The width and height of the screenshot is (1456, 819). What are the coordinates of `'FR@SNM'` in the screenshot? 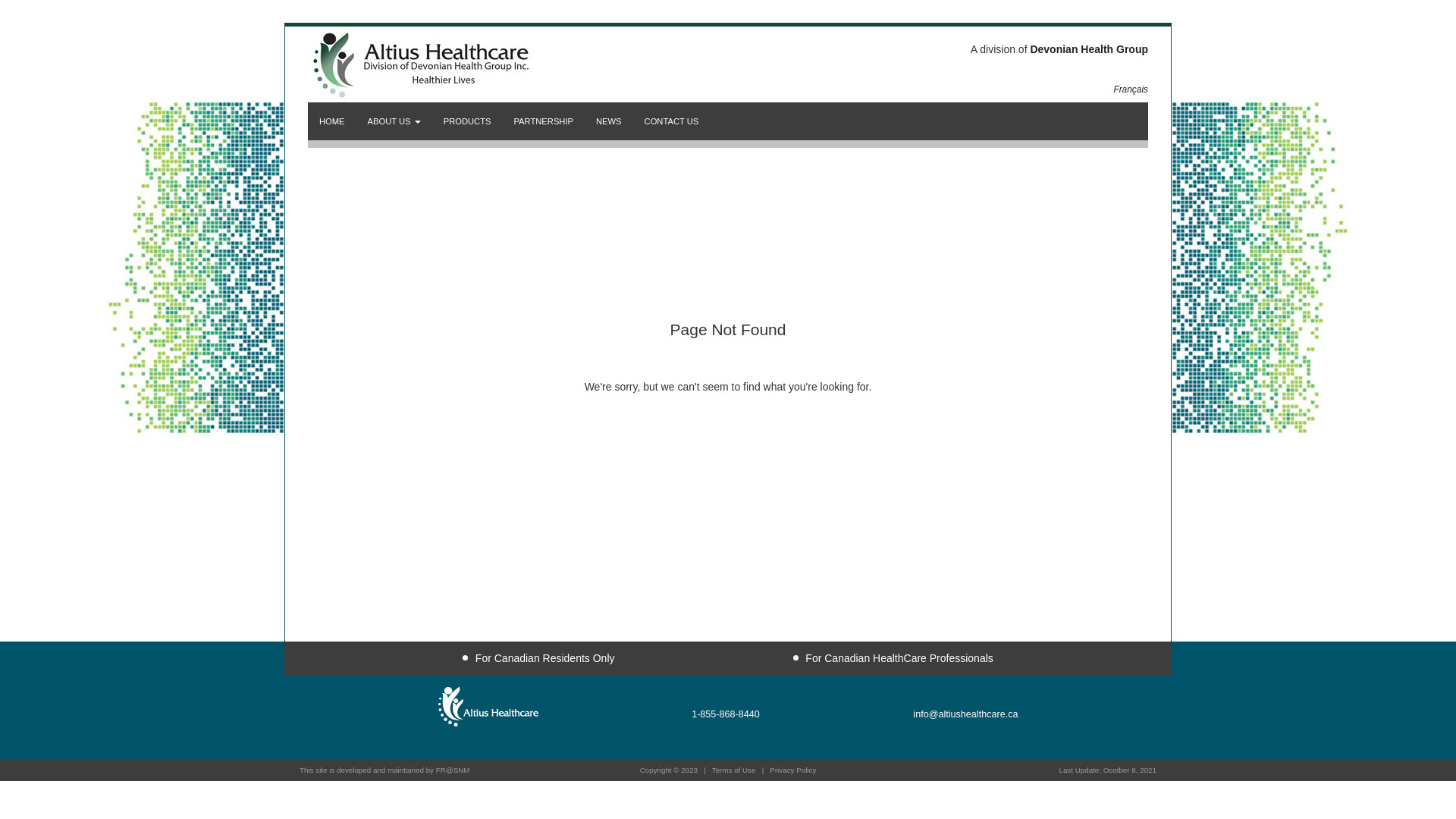 It's located at (452, 770).